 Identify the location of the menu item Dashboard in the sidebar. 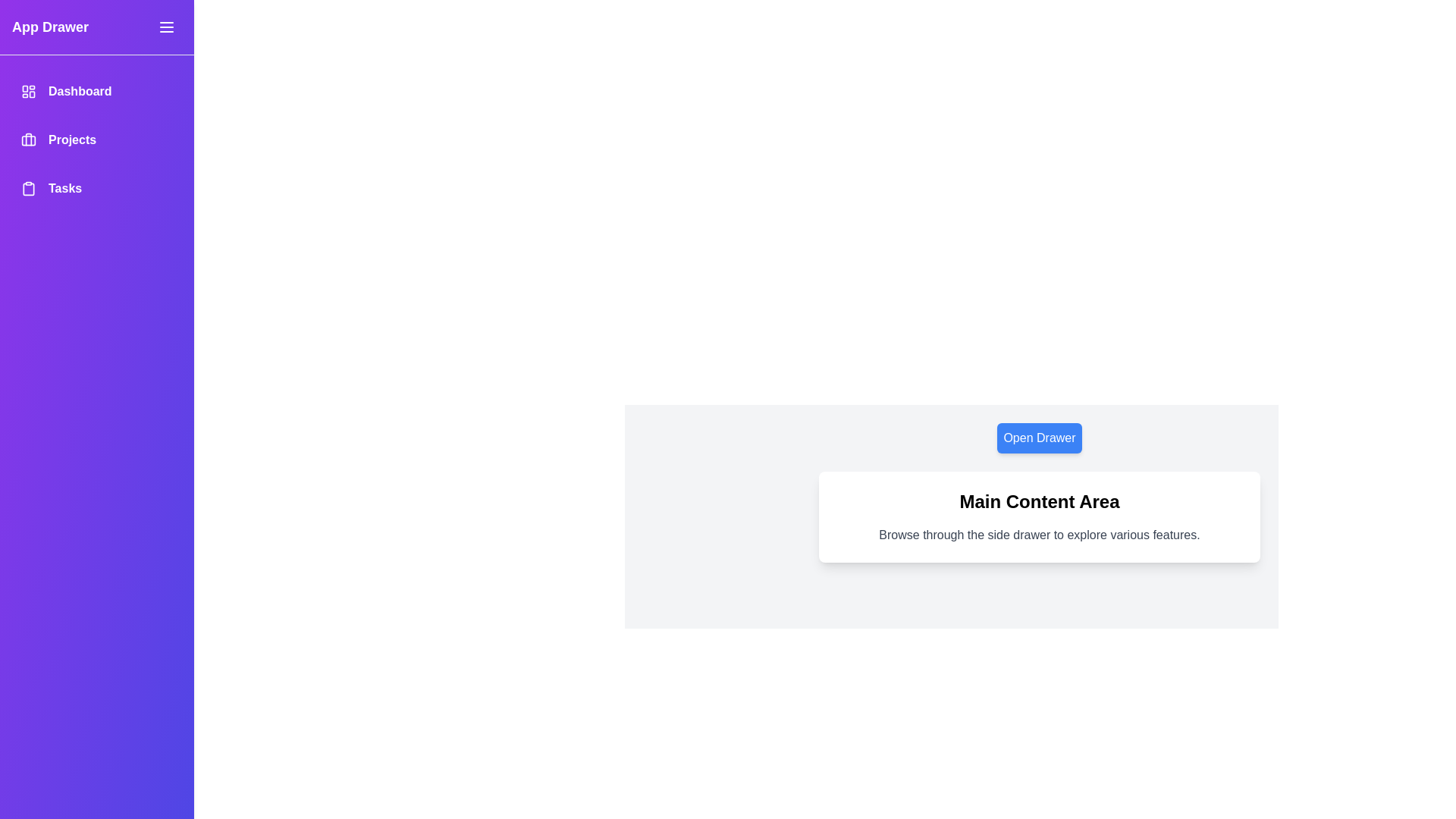
(96, 91).